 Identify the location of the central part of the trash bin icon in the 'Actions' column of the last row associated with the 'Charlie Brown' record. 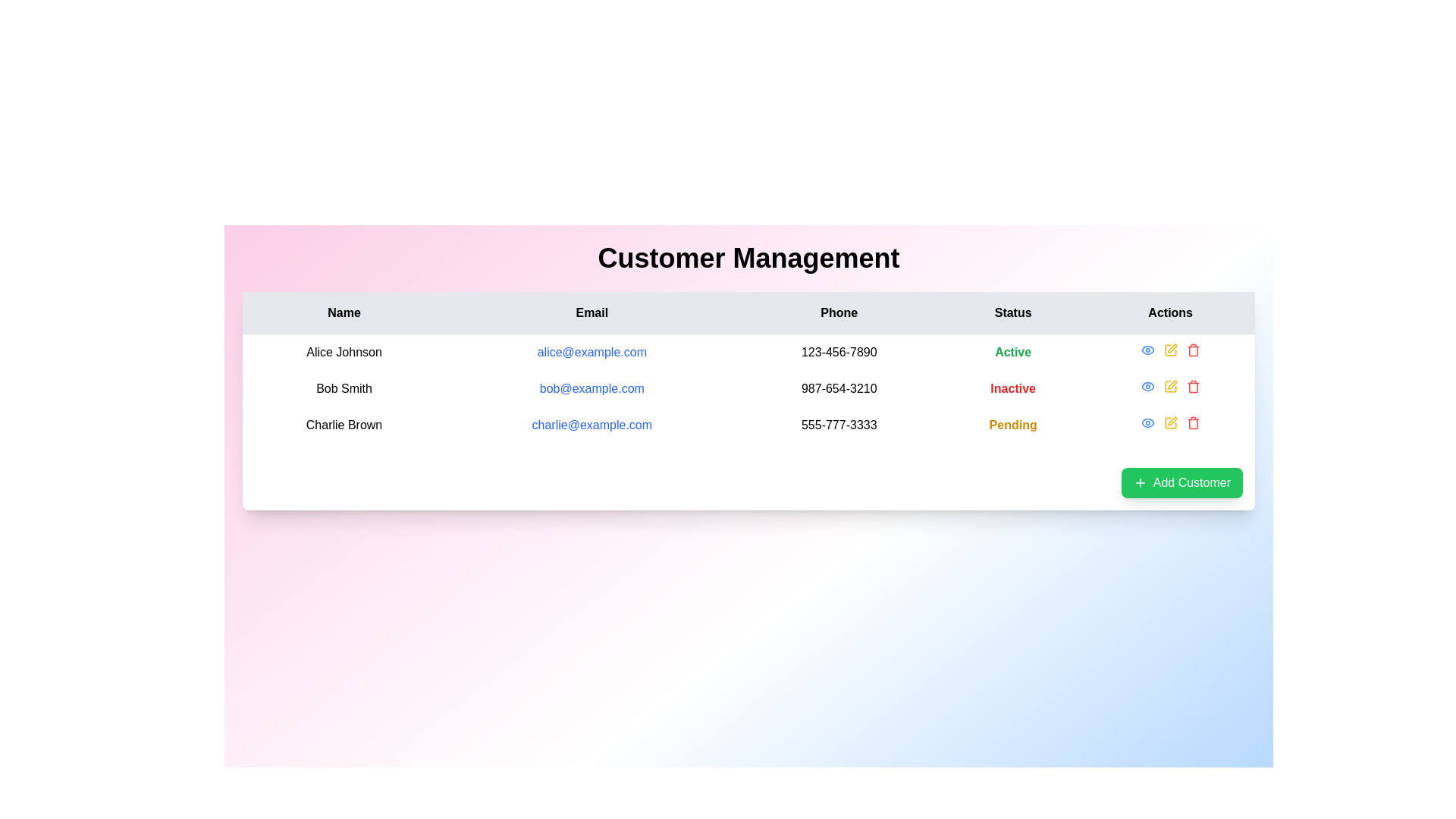
(1192, 424).